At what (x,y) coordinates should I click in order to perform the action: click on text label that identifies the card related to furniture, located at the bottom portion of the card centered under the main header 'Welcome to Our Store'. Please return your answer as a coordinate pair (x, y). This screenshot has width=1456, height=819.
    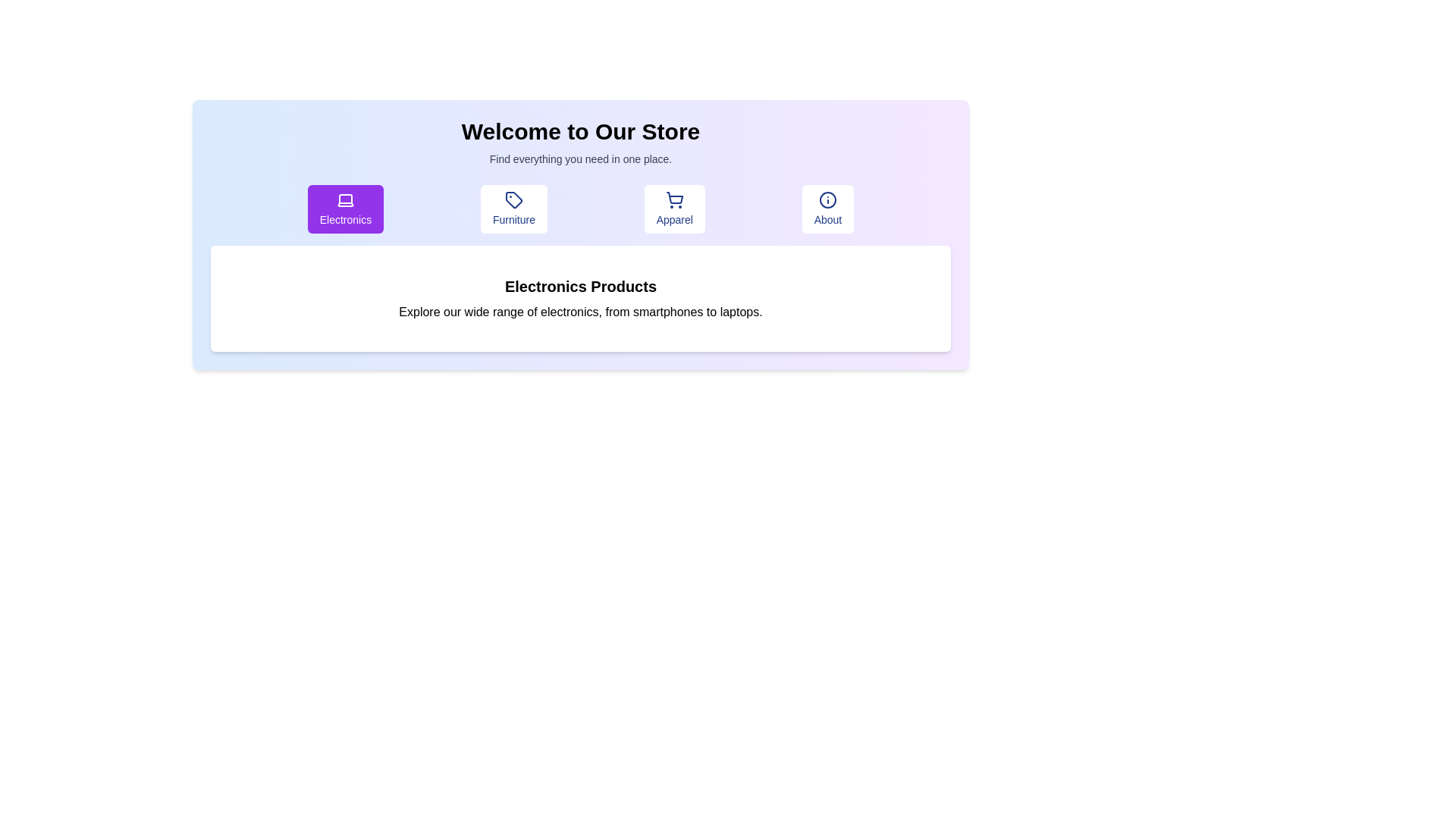
    Looking at the image, I should click on (513, 219).